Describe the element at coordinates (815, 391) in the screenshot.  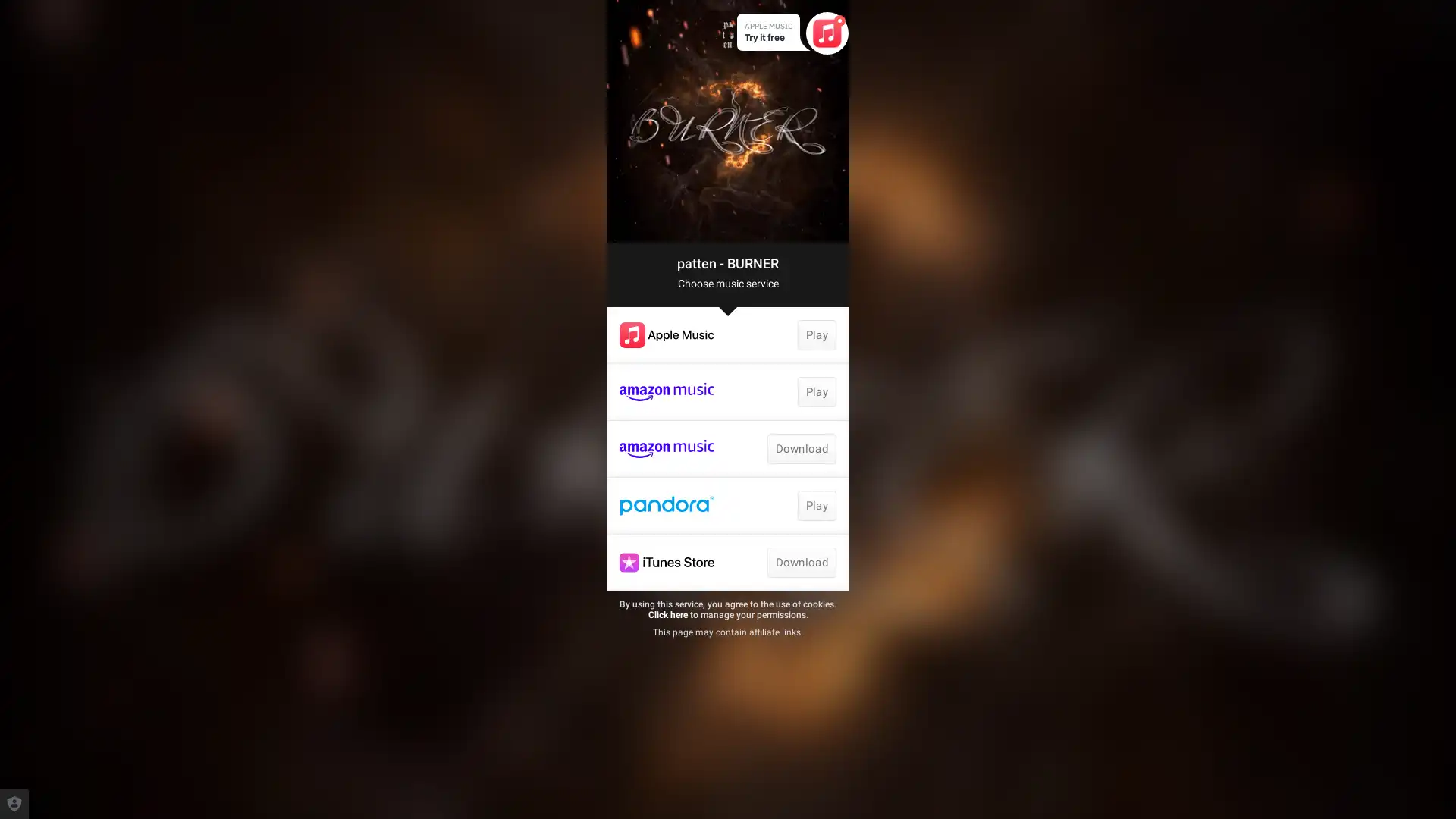
I see `Play` at that location.